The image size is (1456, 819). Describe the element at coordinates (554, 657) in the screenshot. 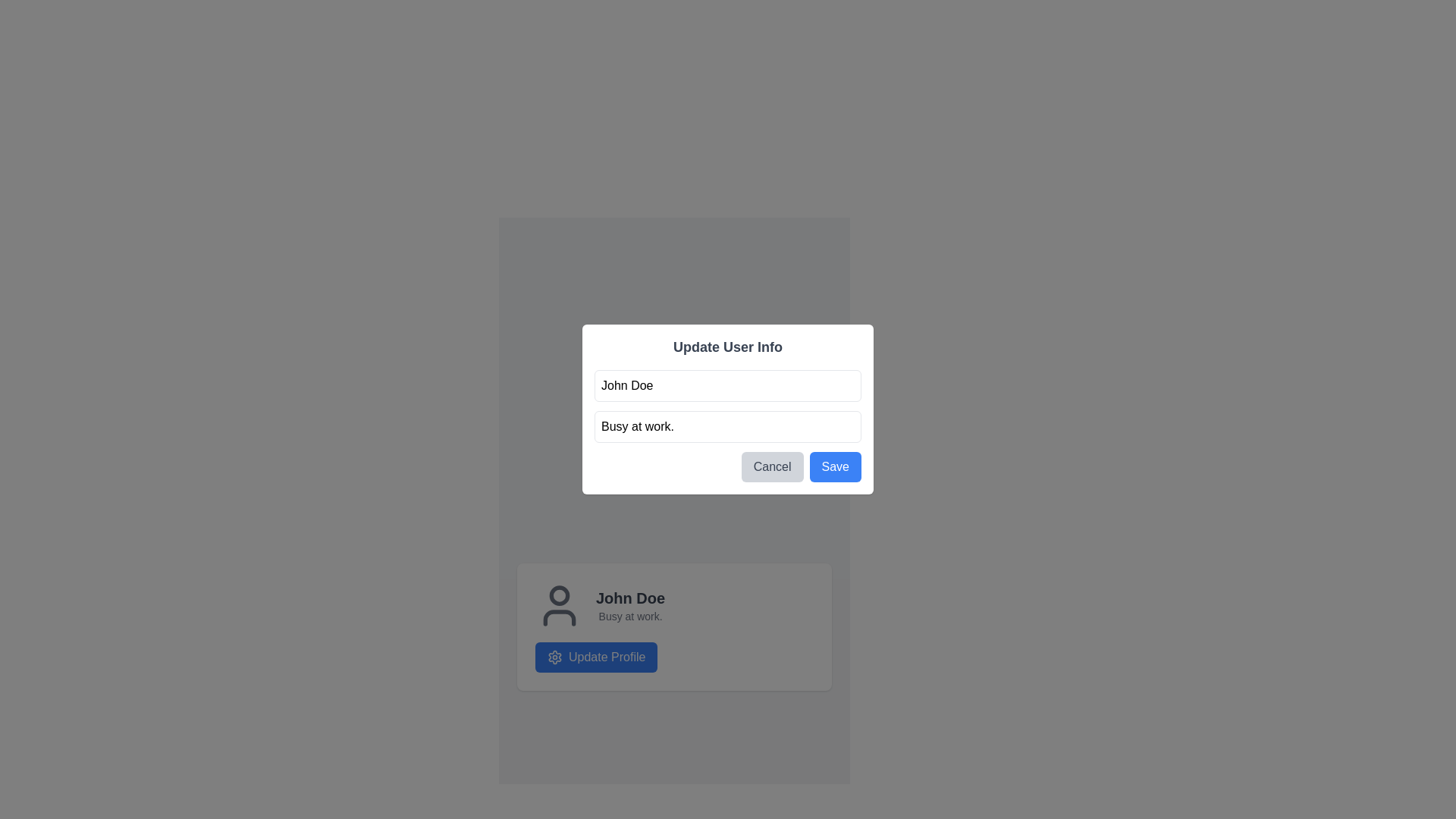

I see `the cog icon integrated into the 'Update Profile' button located at the bottom of the user information card to initiate the profile update process` at that location.